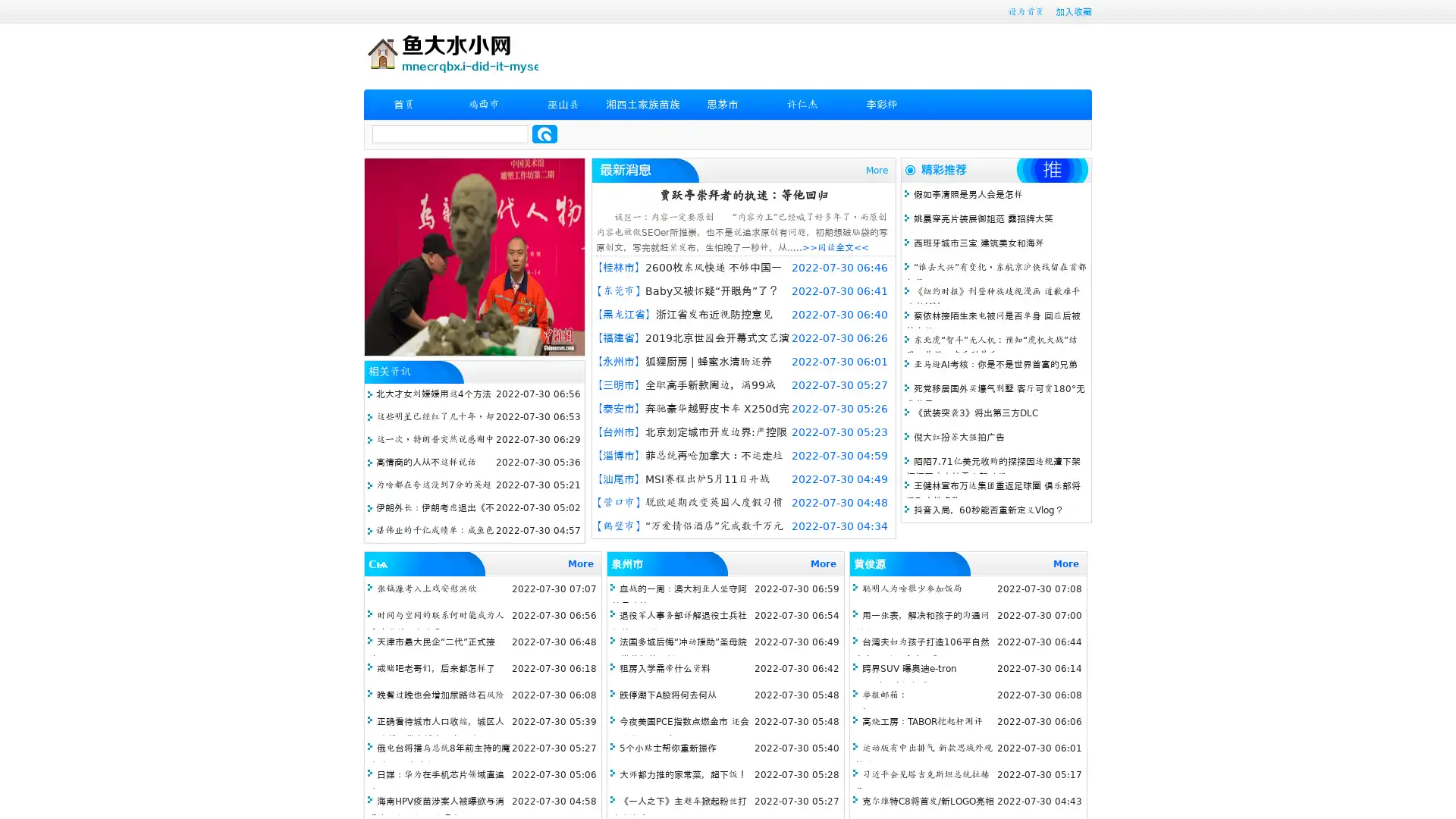 This screenshot has height=819, width=1456. What do you see at coordinates (544, 133) in the screenshot?
I see `Search` at bounding box center [544, 133].